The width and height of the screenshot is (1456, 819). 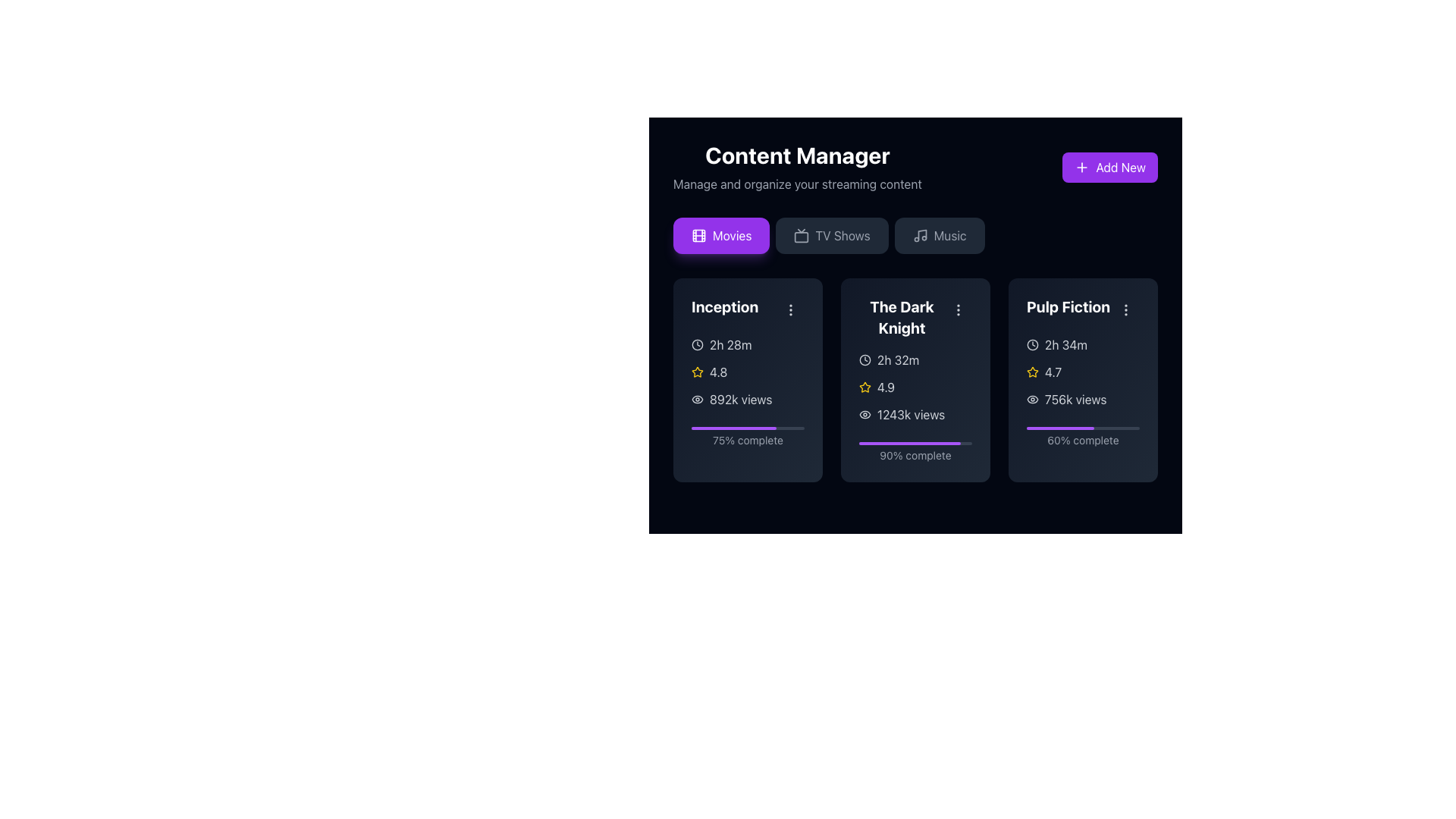 I want to click on the Icon button with tooltip functionality, which is a vertical ellipsis icon styled within a rounded button located in the top-right corner of 'The Dark Knight' section, so click(x=957, y=309).